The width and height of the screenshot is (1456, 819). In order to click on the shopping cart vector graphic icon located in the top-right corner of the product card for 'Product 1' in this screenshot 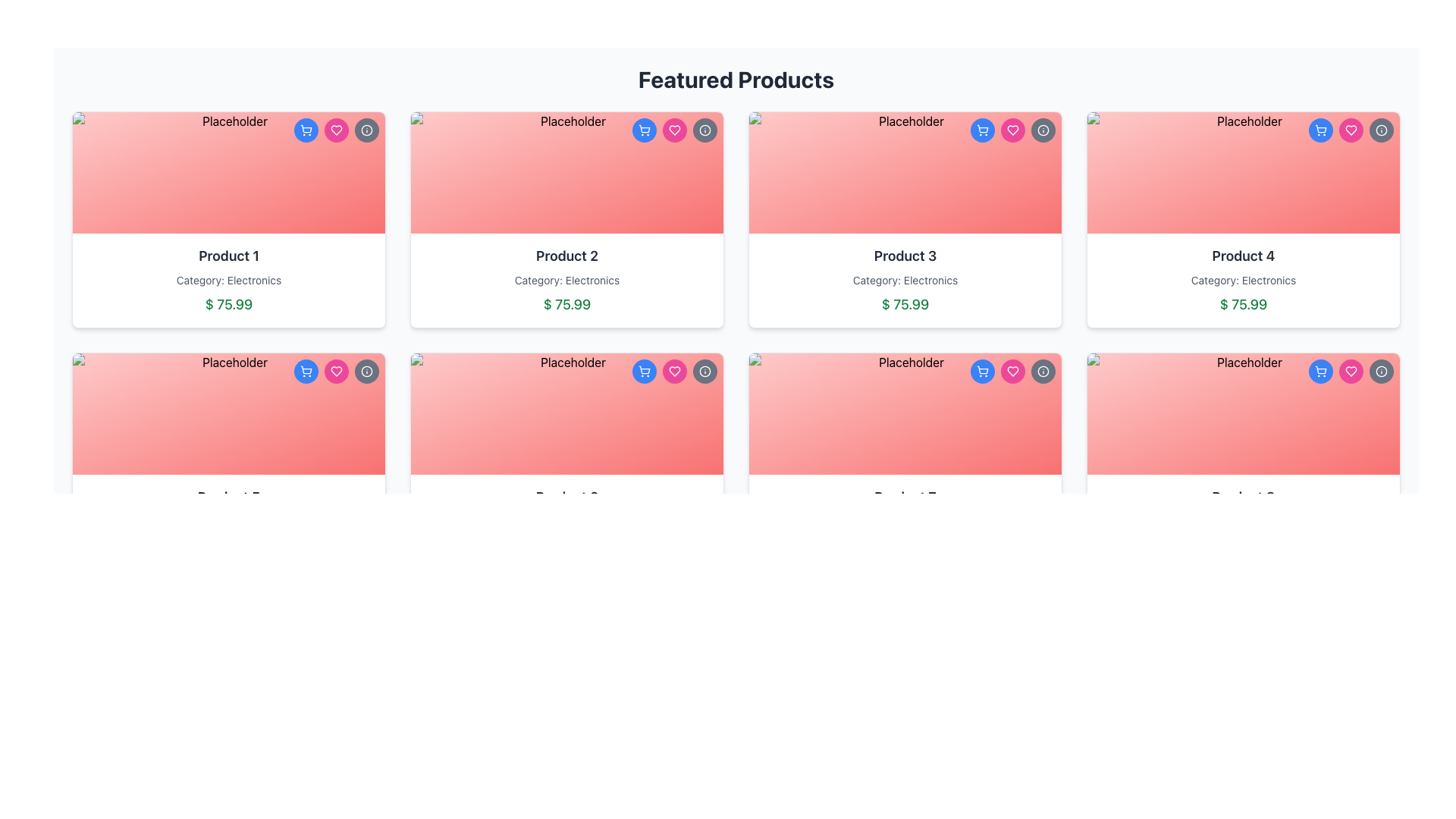, I will do `click(305, 127)`.